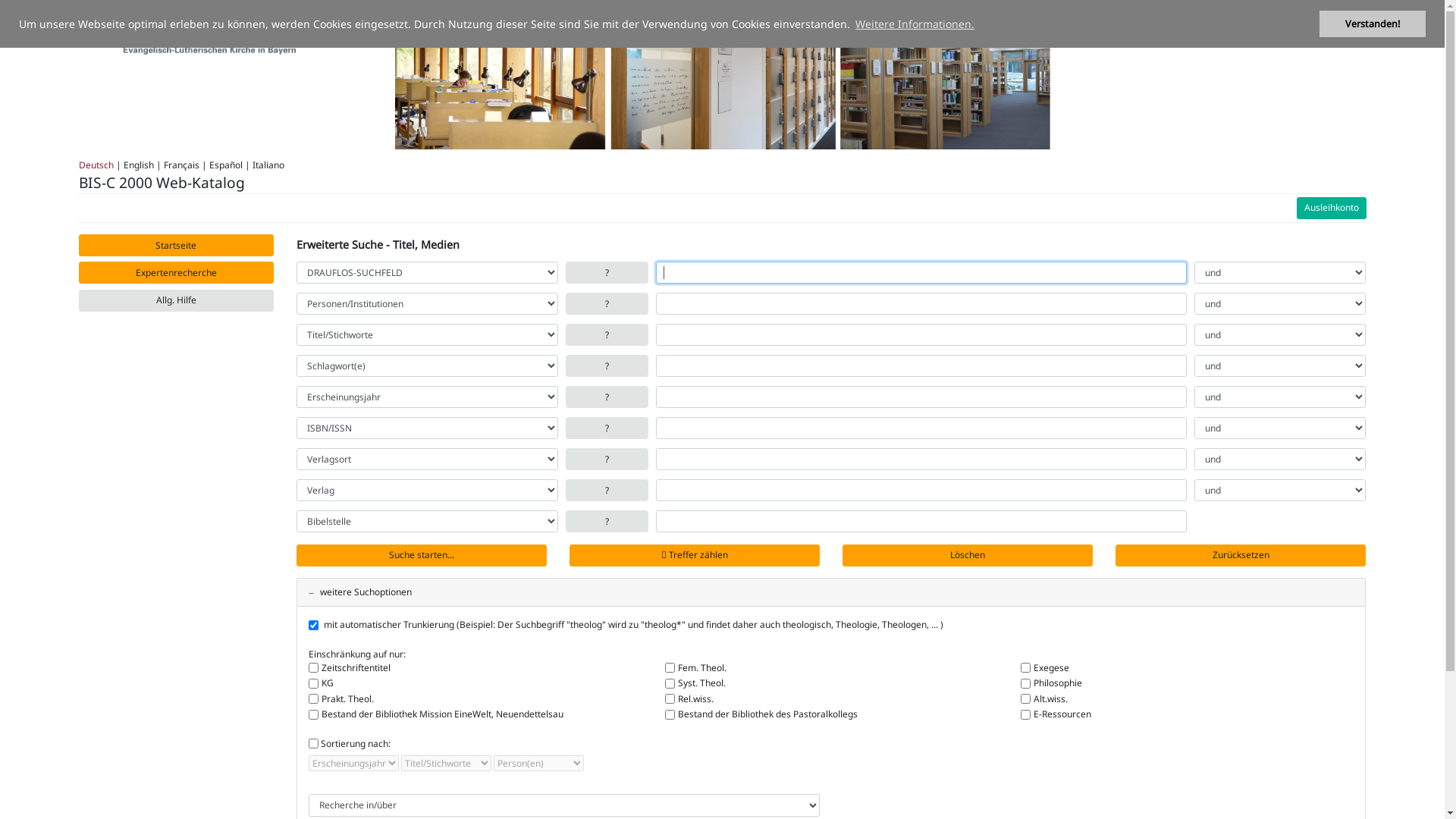 This screenshot has width=1456, height=819. What do you see at coordinates (607, 334) in the screenshot?
I see `'Hilfe zu diesem Suchaspekt'` at bounding box center [607, 334].